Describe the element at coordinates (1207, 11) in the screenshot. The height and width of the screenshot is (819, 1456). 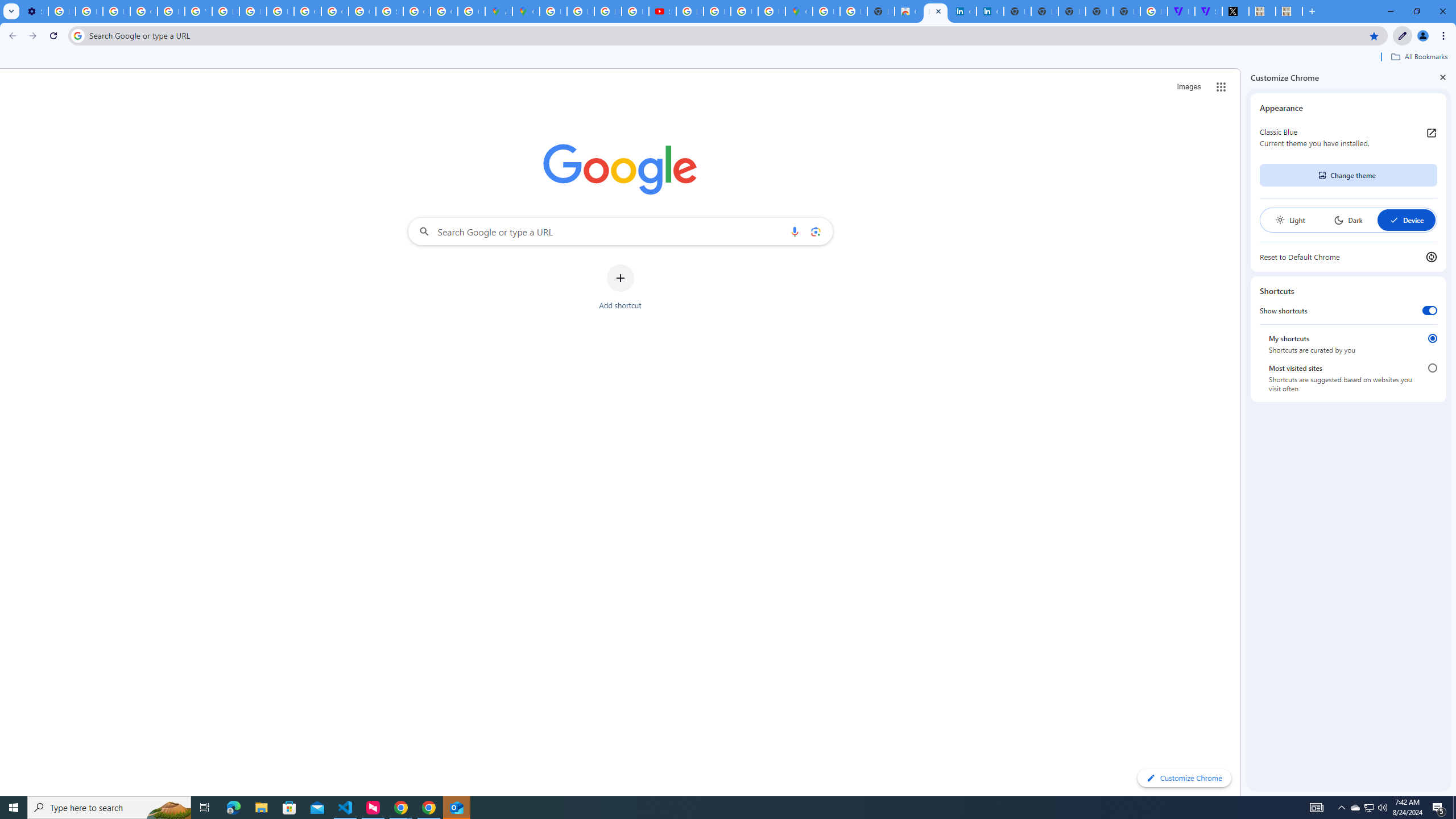
I see `'Streaming - The Verge'` at that location.